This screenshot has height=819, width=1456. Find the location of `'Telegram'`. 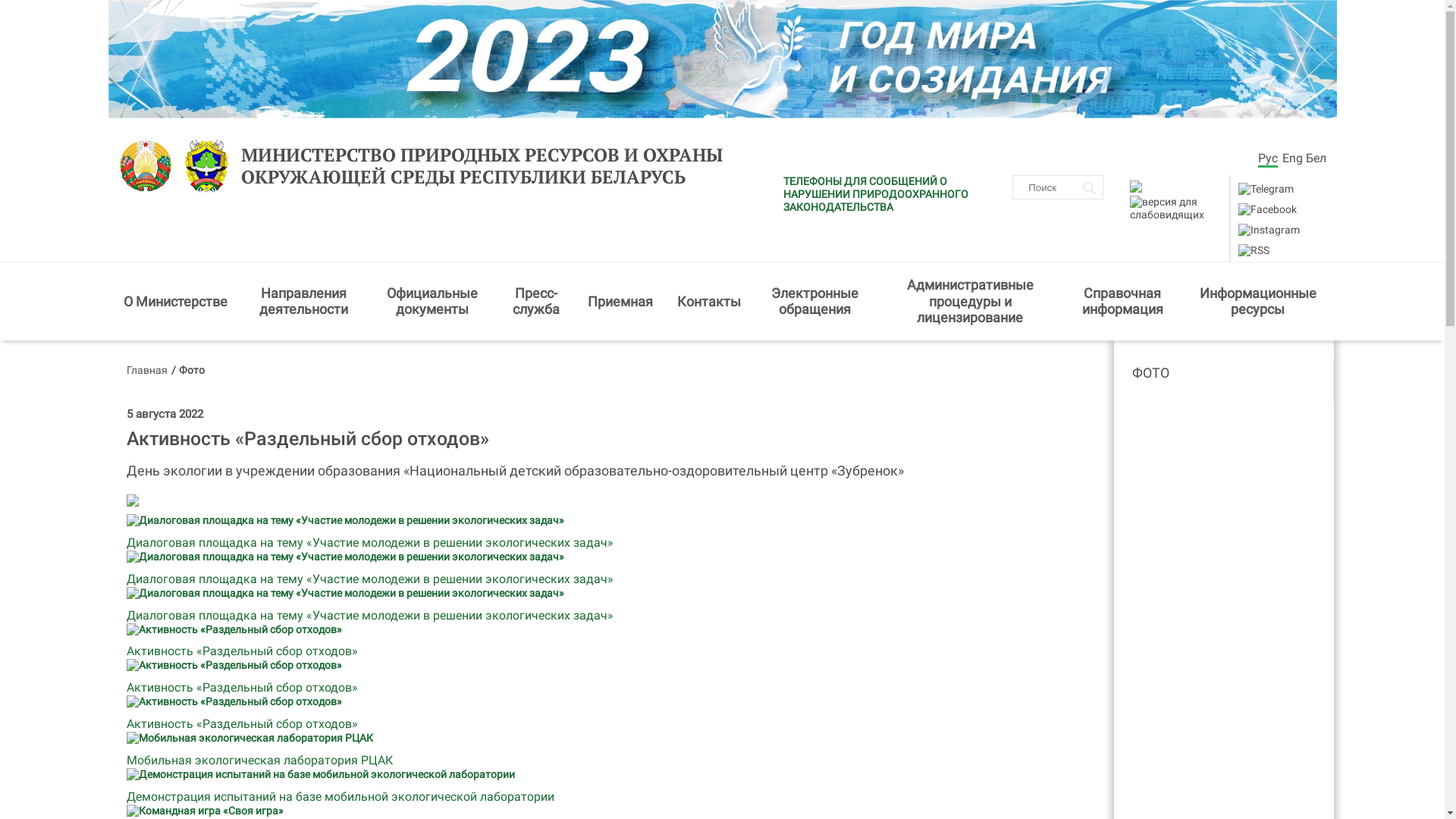

'Telegram' is located at coordinates (1266, 188).